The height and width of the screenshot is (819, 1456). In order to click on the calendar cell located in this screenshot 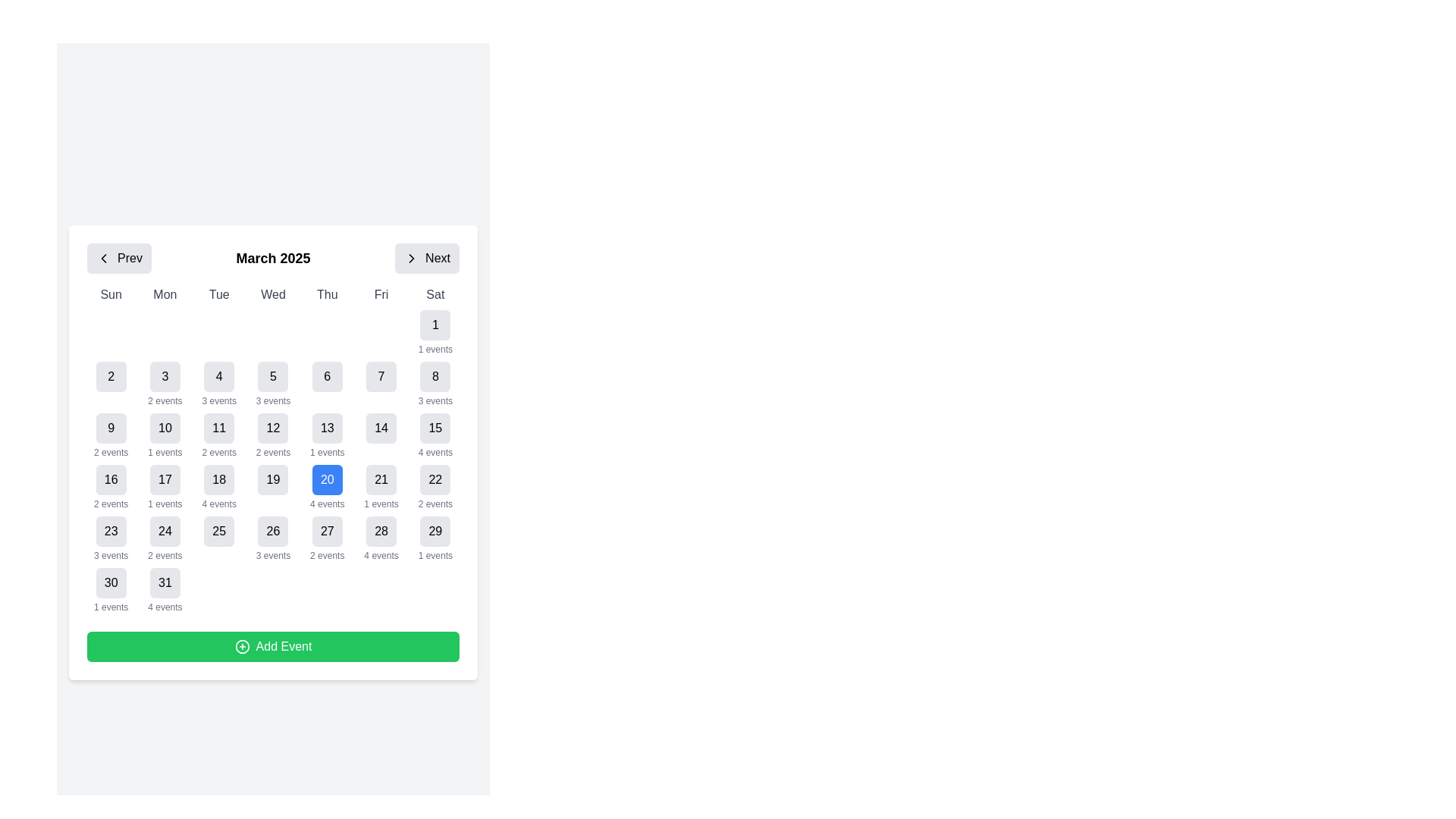, I will do `click(110, 435)`.